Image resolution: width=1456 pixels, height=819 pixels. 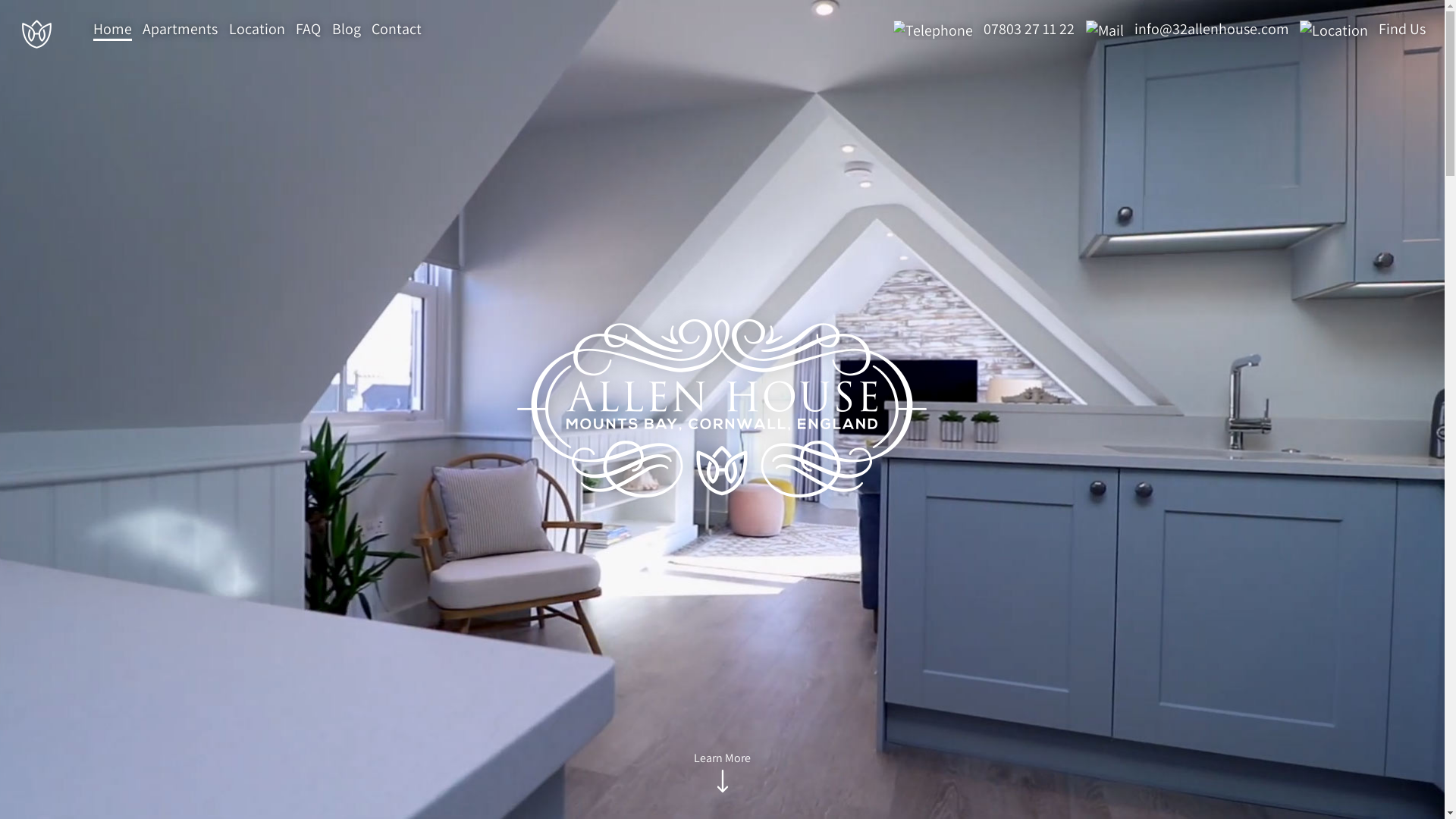 I want to click on 'FAQ', so click(x=307, y=30).